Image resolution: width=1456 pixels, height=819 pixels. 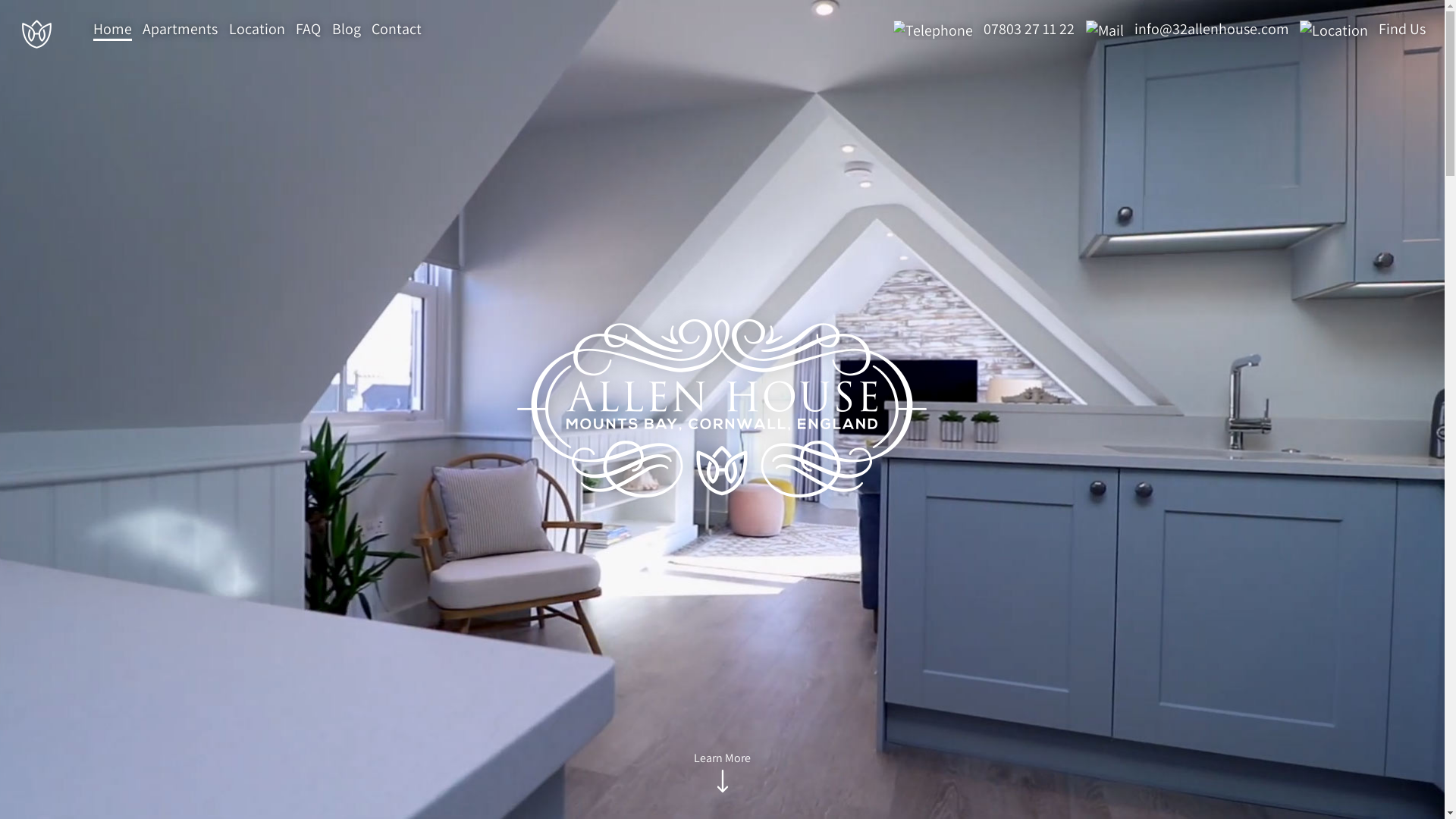 I want to click on 'FAQ', so click(x=307, y=30).